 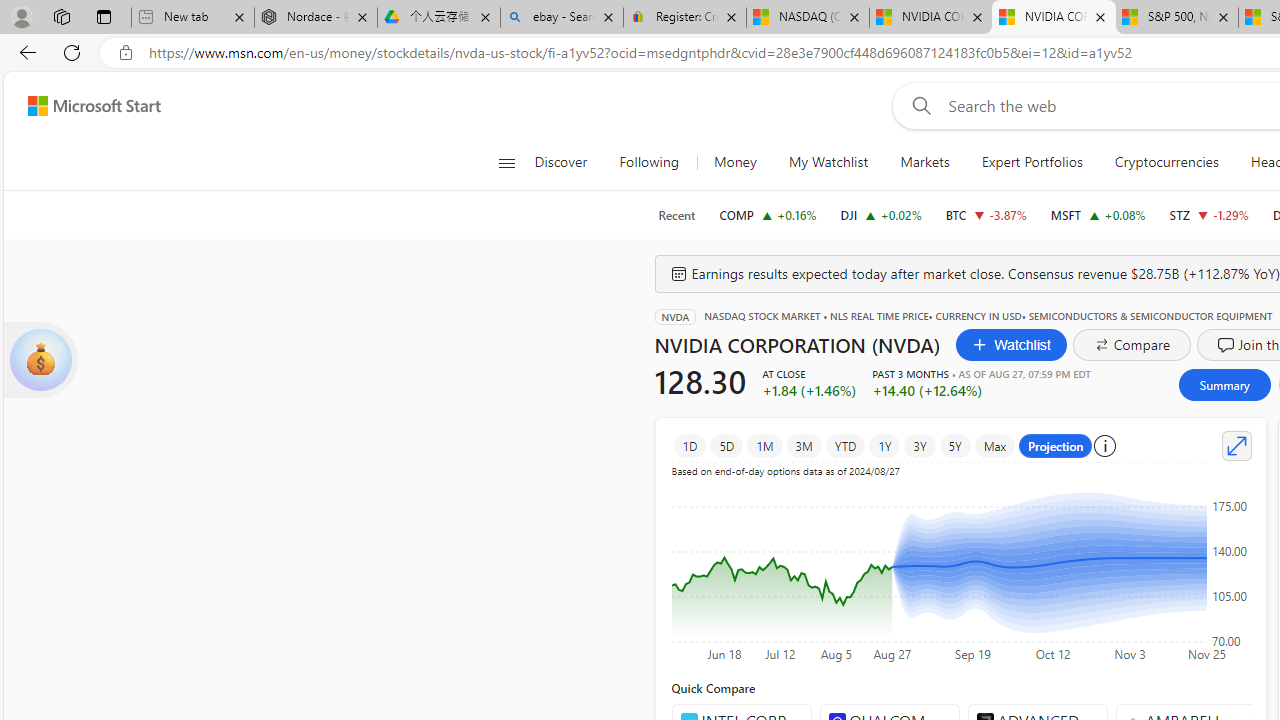 I want to click on 'S&P 500, Nasdaq end lower, weighed by Nvidia dip | Watch', so click(x=1176, y=17).